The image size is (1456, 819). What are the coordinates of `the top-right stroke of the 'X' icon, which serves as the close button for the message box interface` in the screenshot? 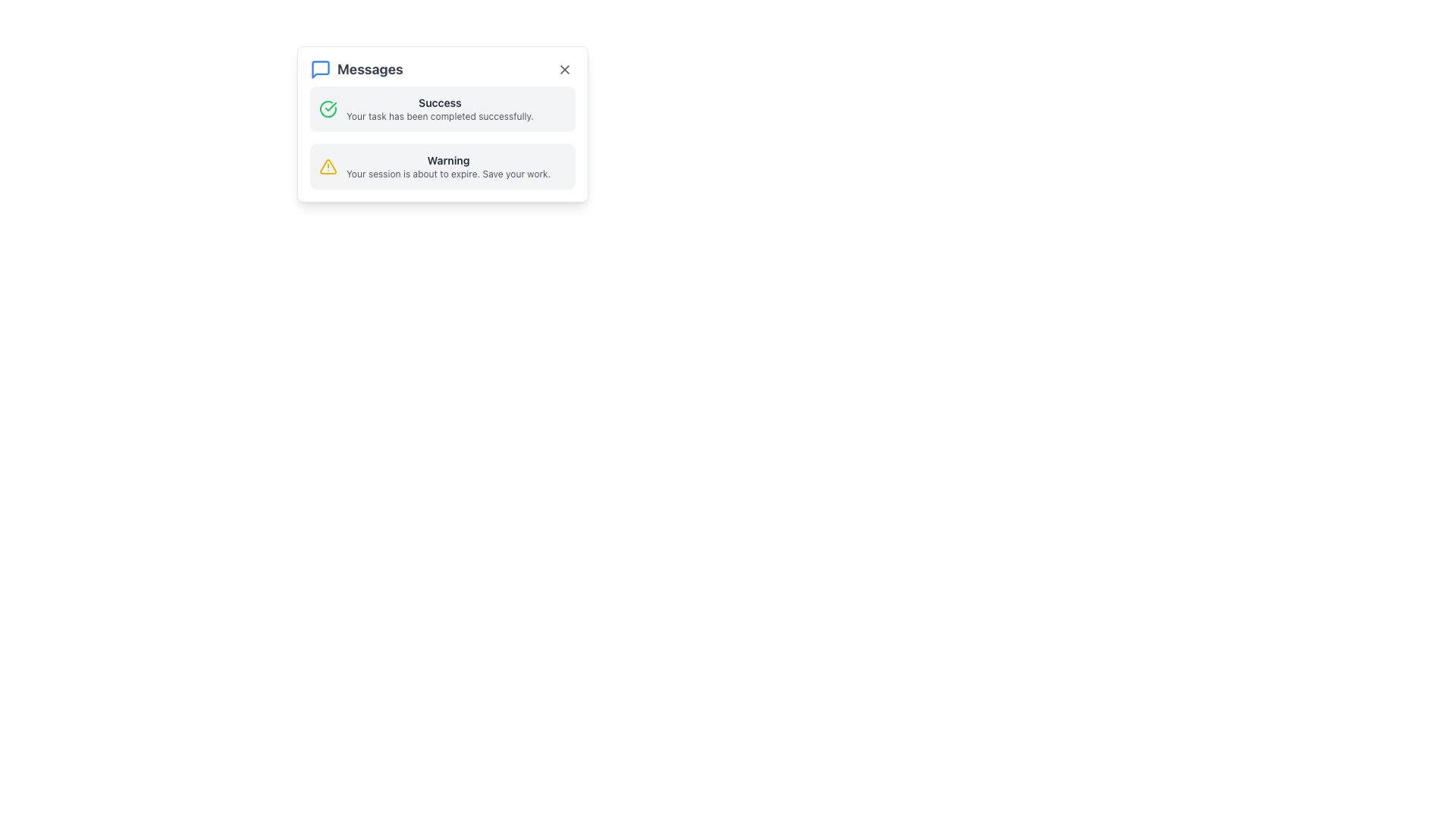 It's located at (563, 70).